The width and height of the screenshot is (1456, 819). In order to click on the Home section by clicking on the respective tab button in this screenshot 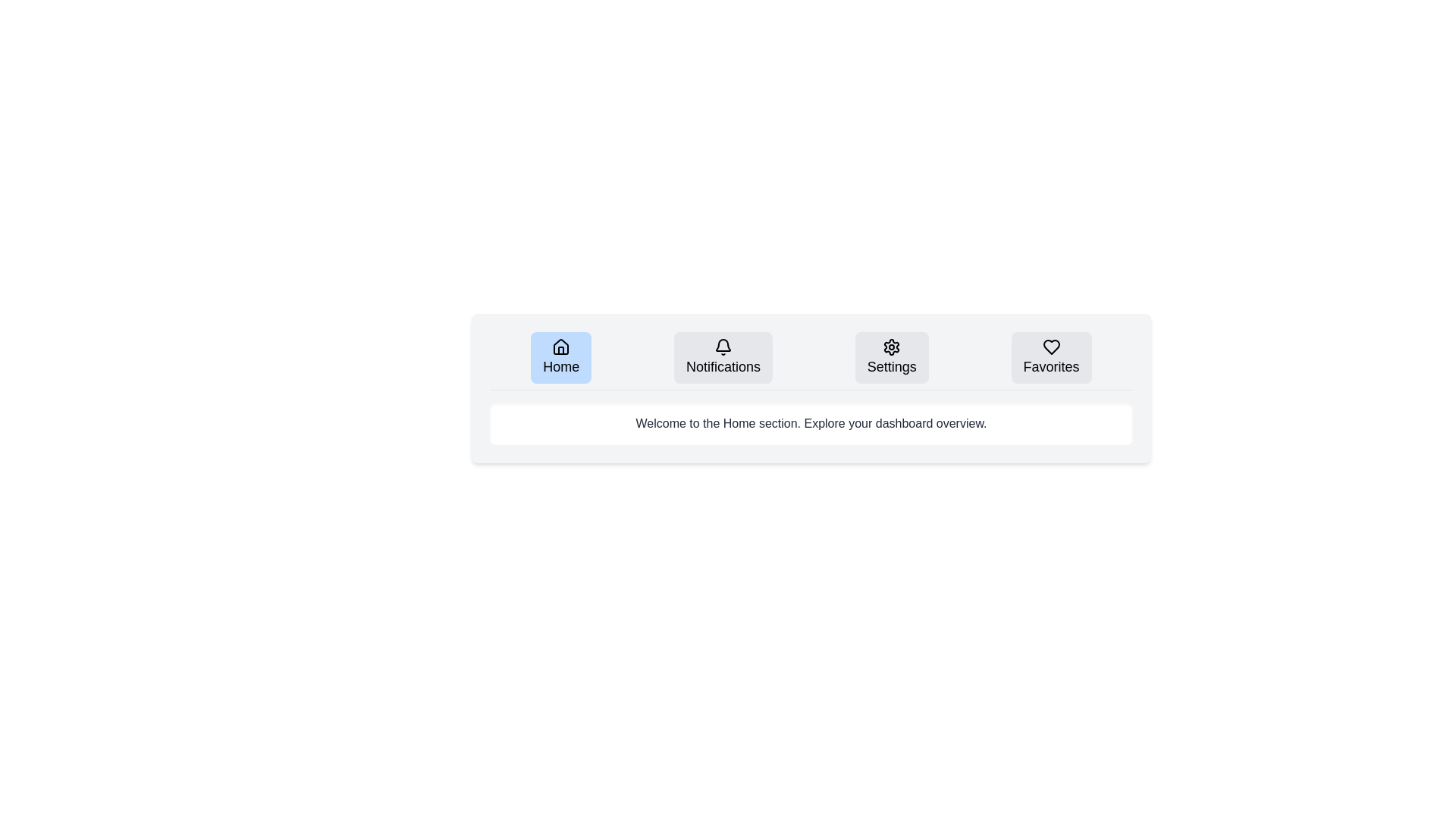, I will do `click(560, 357)`.